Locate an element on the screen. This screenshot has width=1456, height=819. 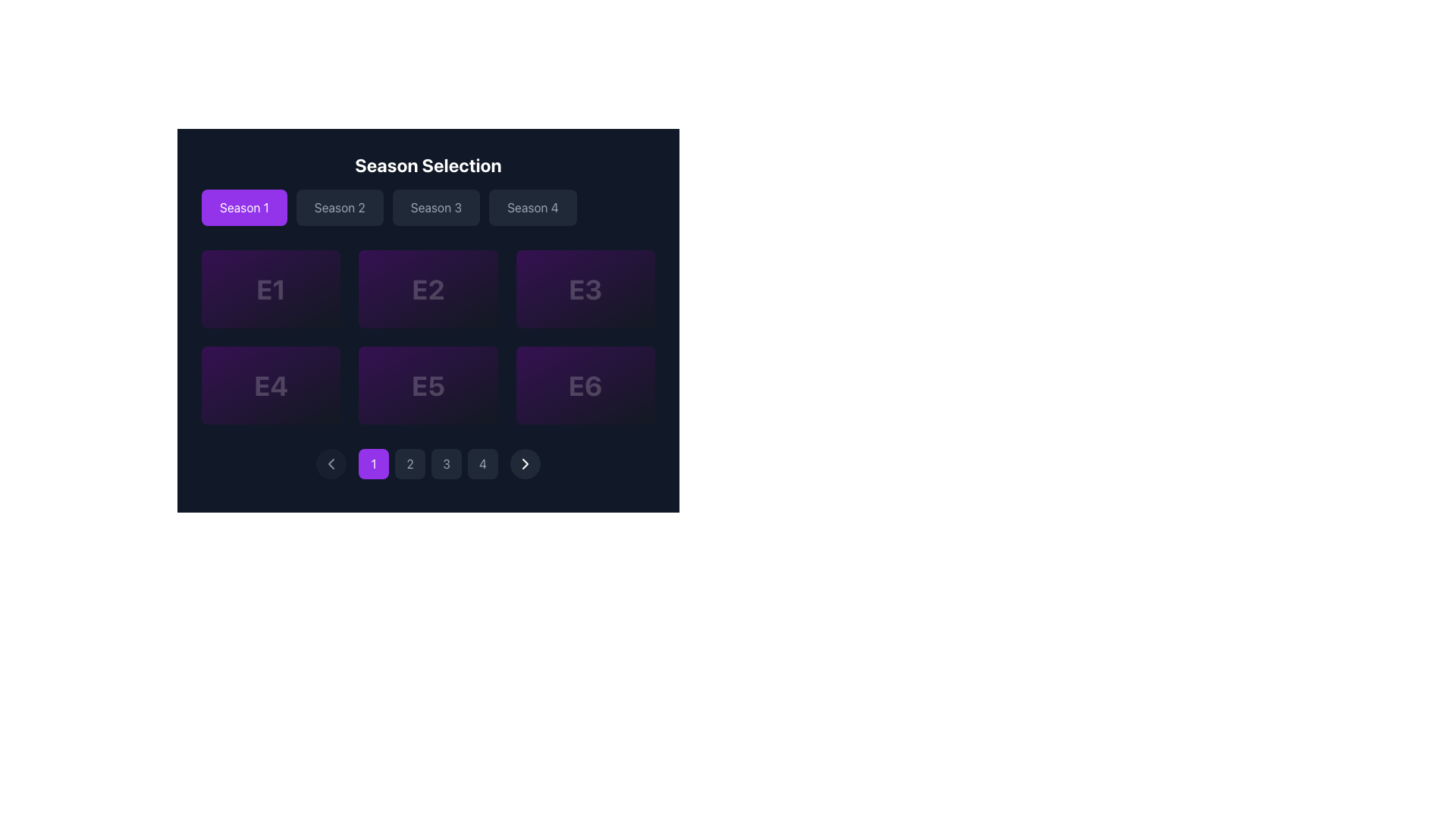
the prominently displayed text element 'E2' which is located in the second column of the top row in the grid layout of episodes is located at coordinates (428, 289).